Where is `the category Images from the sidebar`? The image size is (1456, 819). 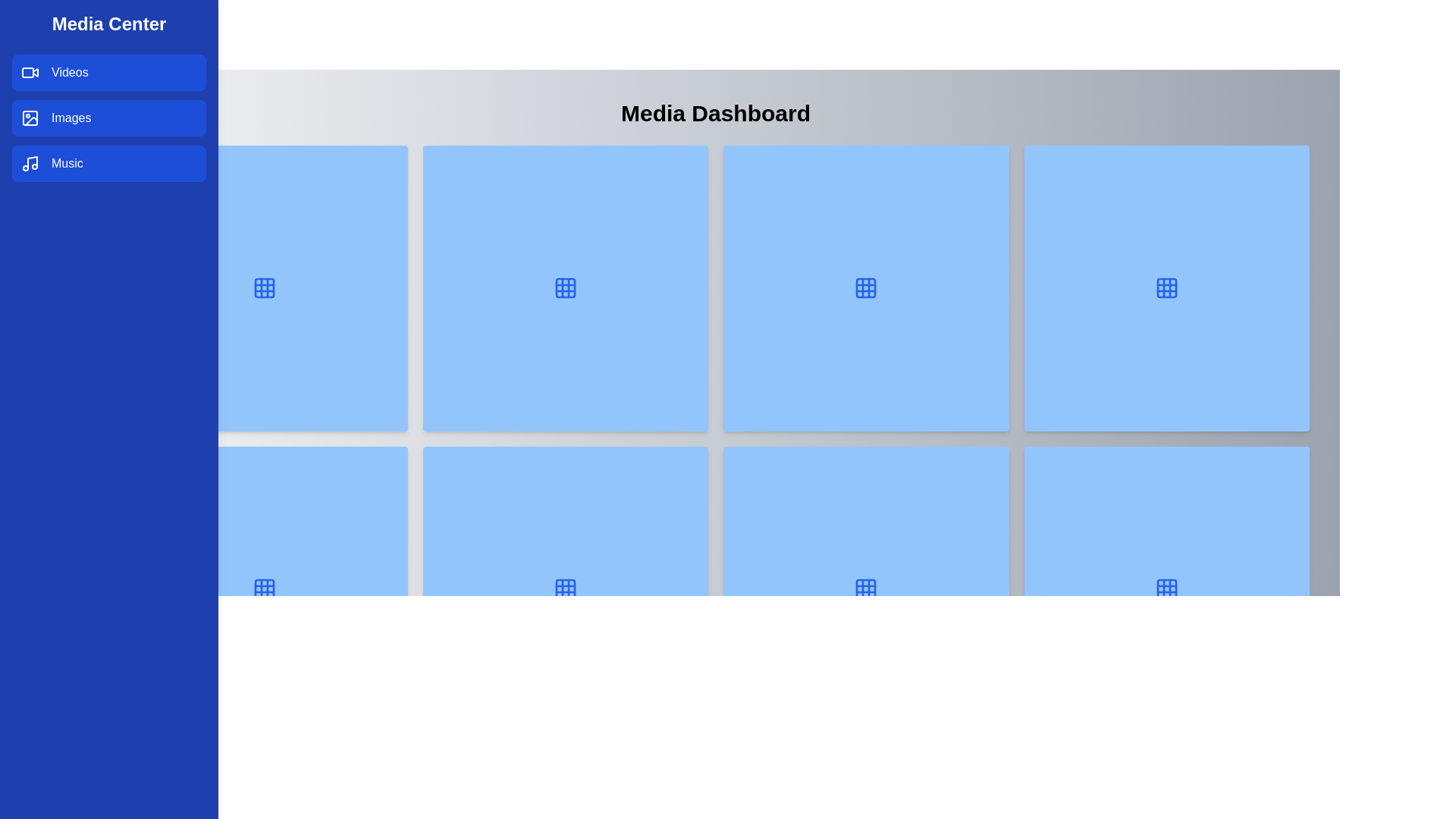 the category Images from the sidebar is located at coordinates (108, 117).